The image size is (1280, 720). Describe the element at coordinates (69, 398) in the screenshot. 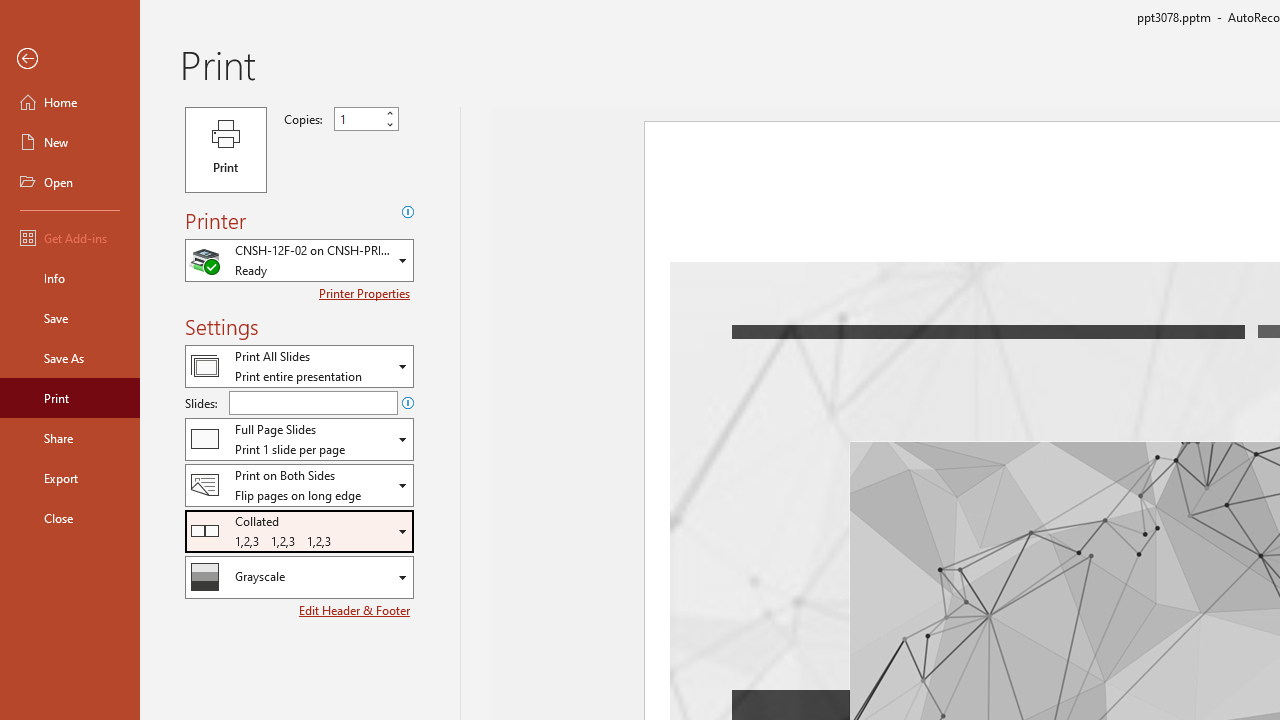

I see `'Print'` at that location.